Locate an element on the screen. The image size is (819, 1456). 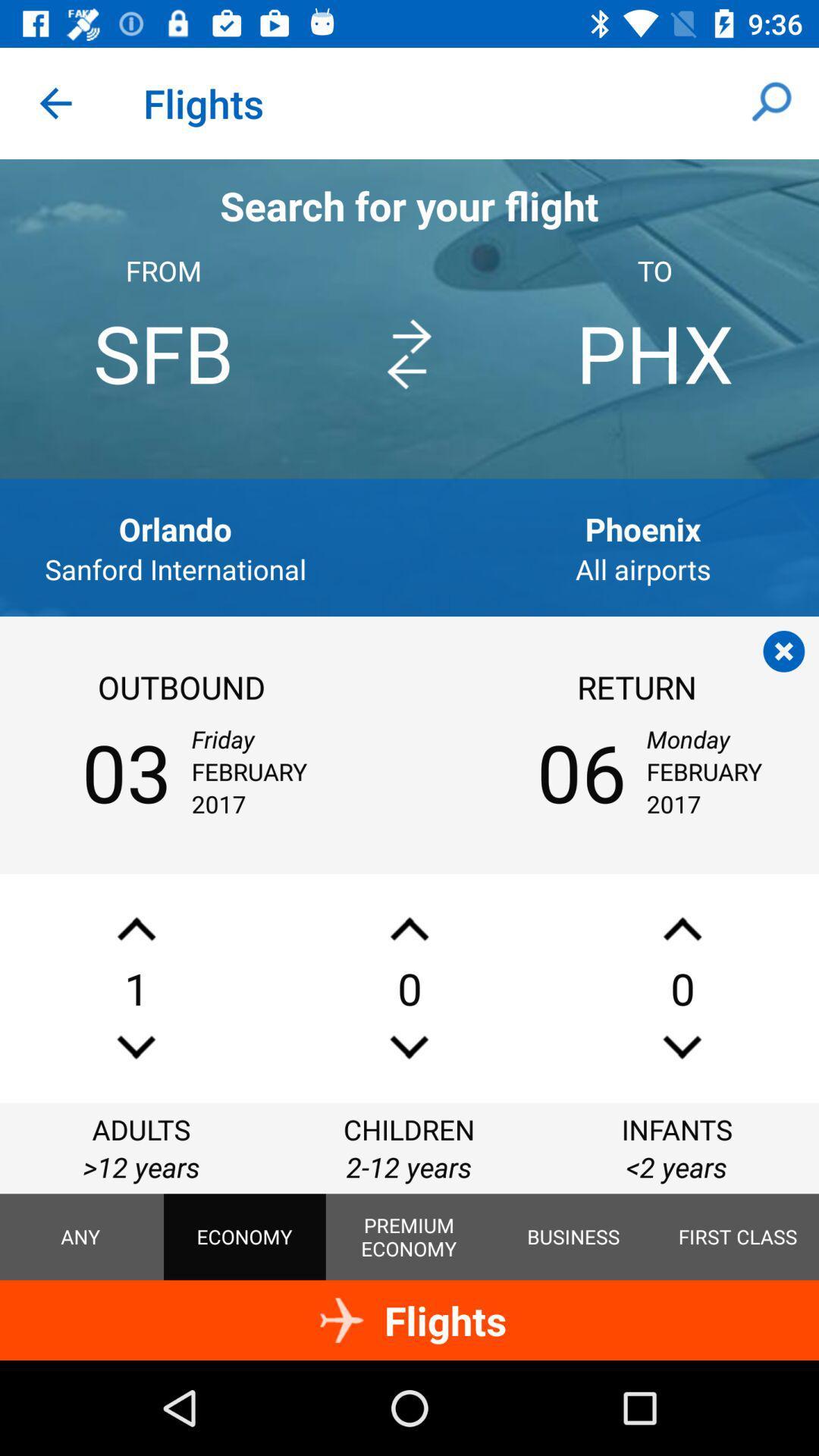
lower number of adults is located at coordinates (136, 1046).